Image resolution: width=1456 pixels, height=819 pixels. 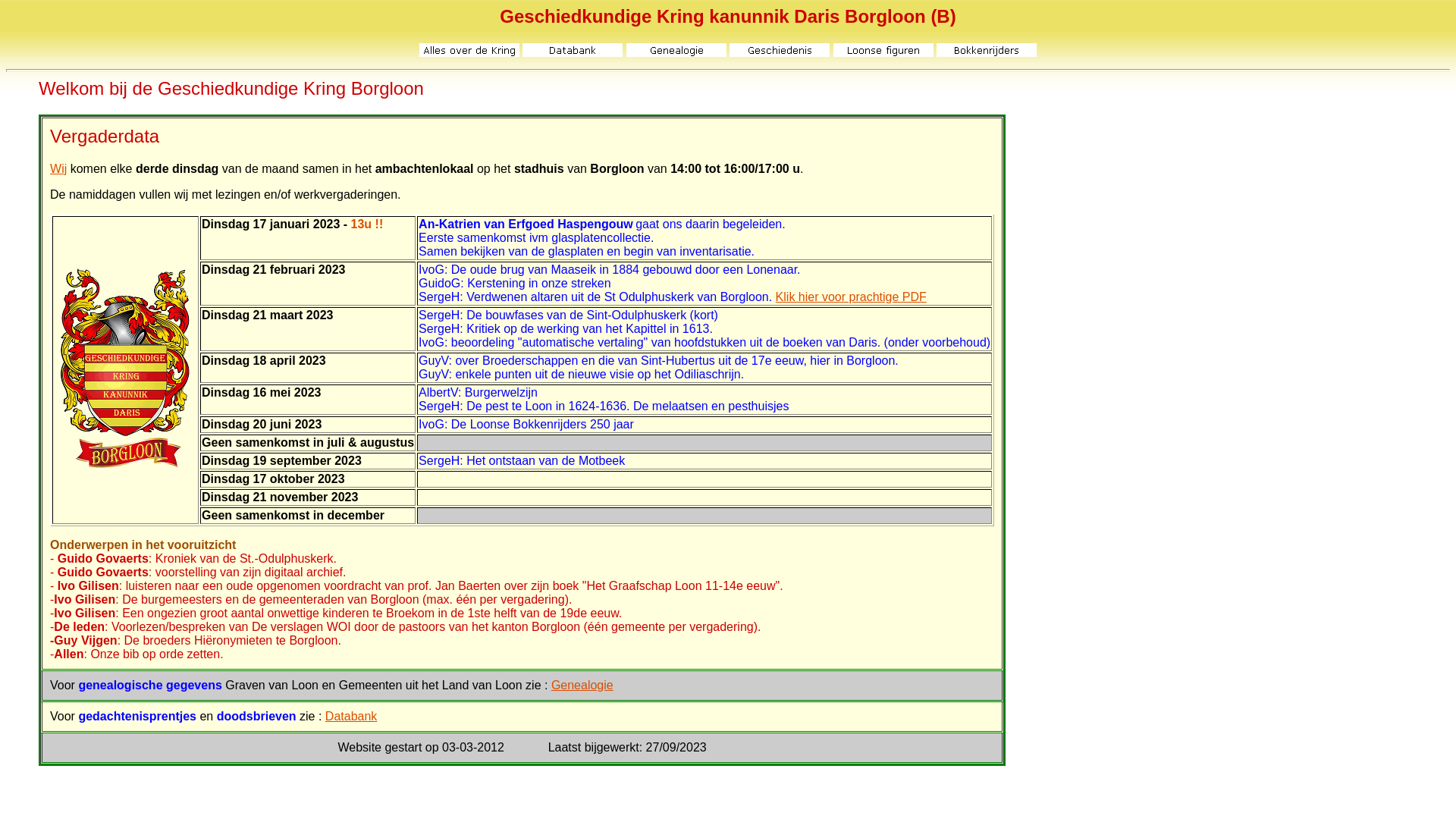 What do you see at coordinates (50, 168) in the screenshot?
I see `'Wij'` at bounding box center [50, 168].